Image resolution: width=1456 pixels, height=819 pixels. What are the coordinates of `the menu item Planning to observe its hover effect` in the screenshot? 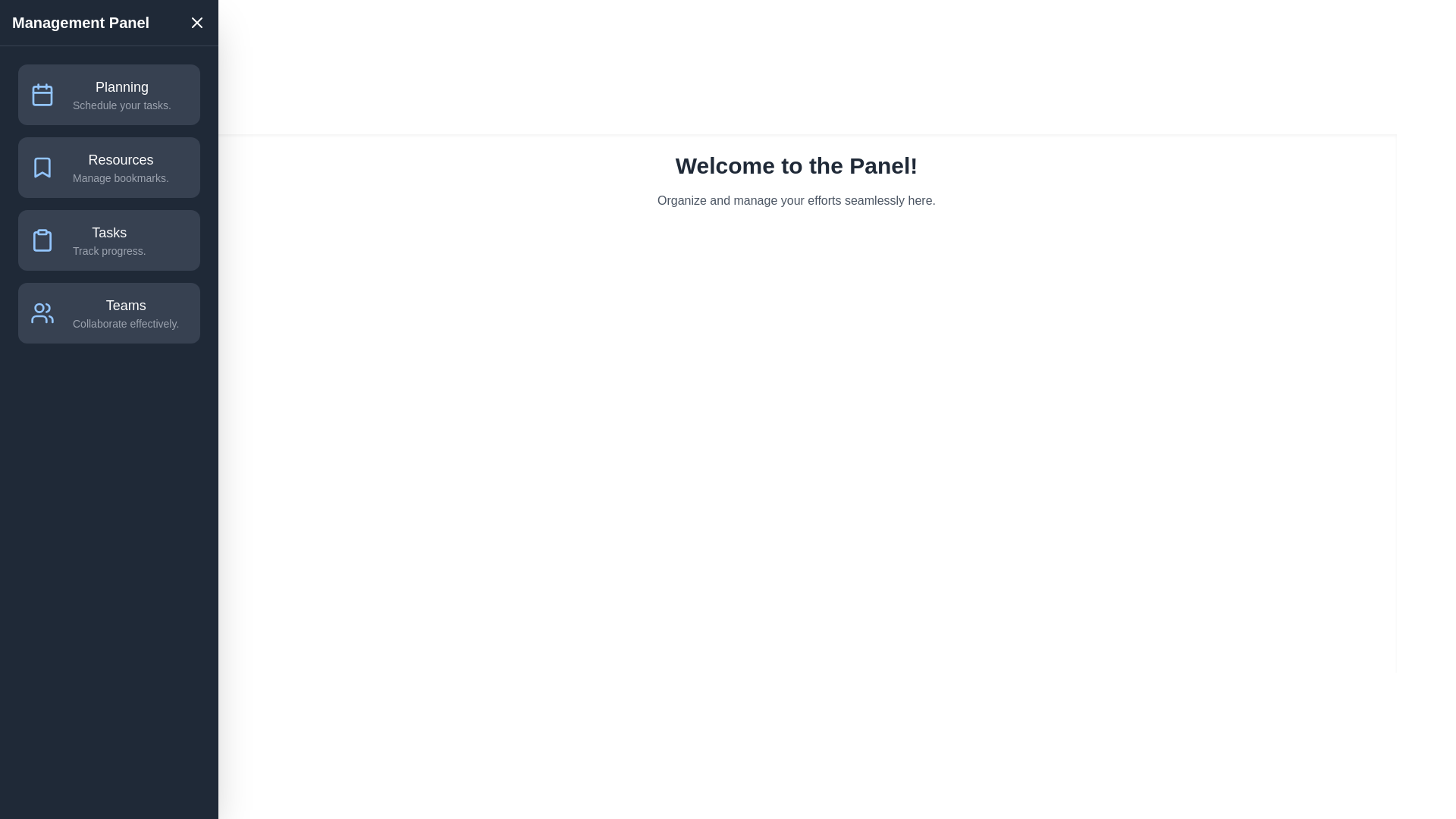 It's located at (108, 94).